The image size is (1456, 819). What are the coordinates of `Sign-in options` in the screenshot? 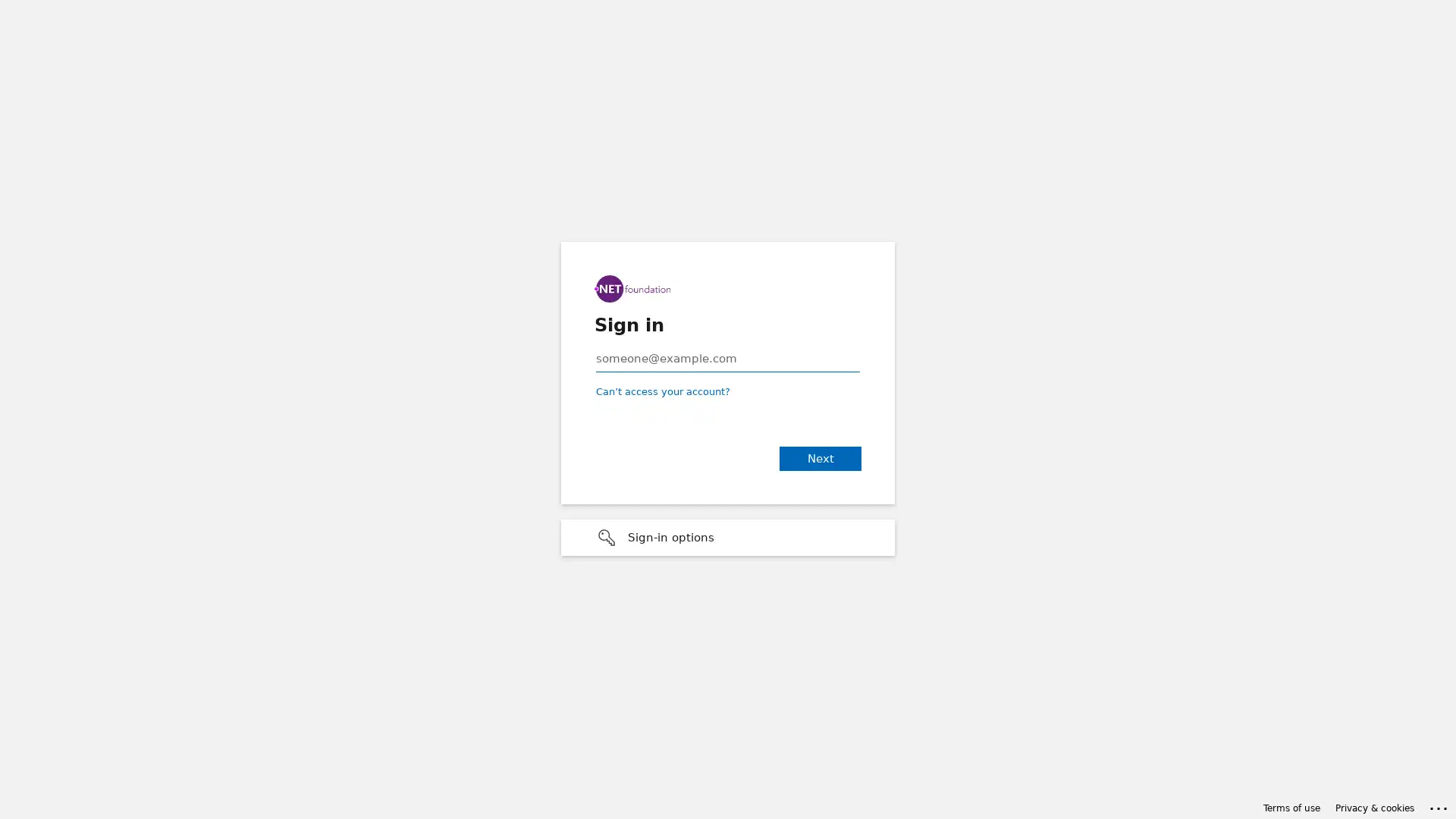 It's located at (728, 537).